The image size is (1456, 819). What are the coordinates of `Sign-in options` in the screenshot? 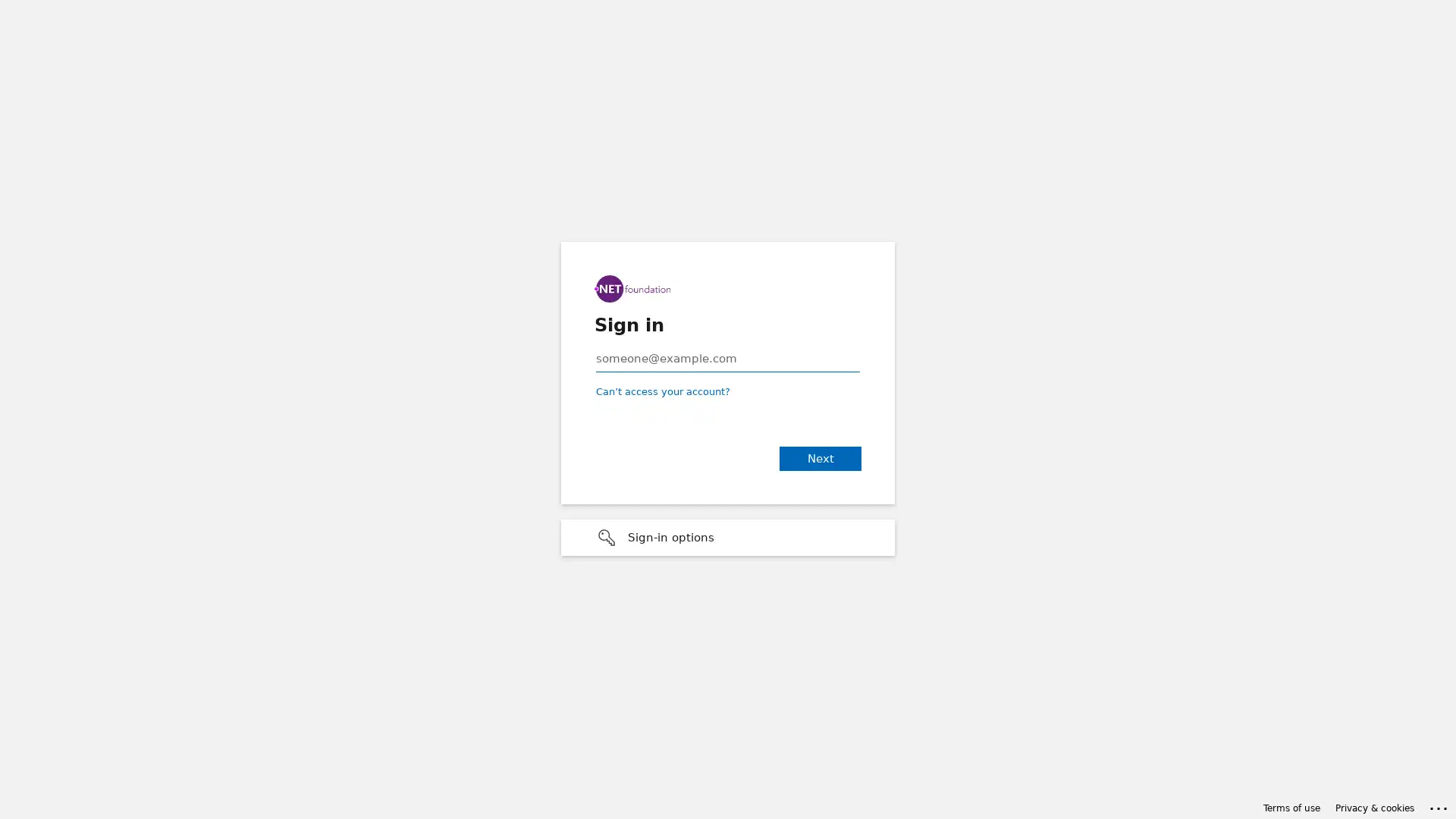 It's located at (728, 537).